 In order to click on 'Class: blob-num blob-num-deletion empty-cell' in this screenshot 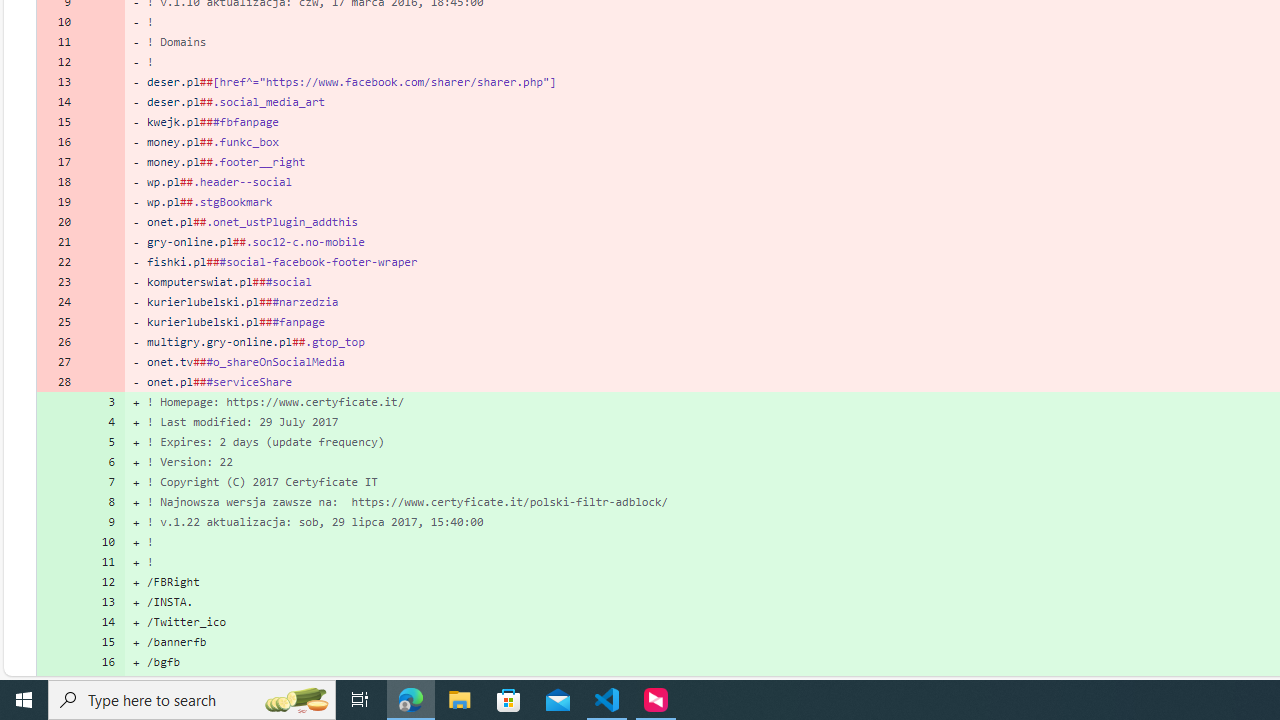, I will do `click(102, 381)`.